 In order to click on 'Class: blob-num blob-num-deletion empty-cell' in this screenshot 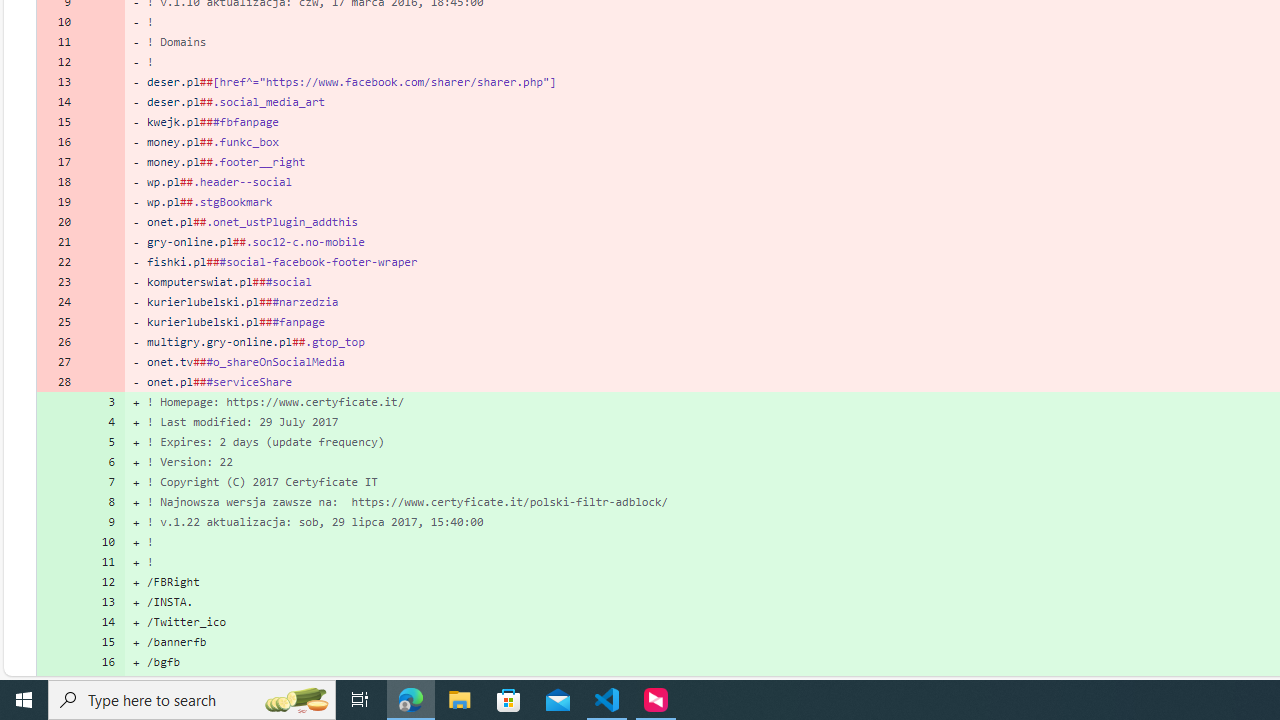, I will do `click(102, 381)`.